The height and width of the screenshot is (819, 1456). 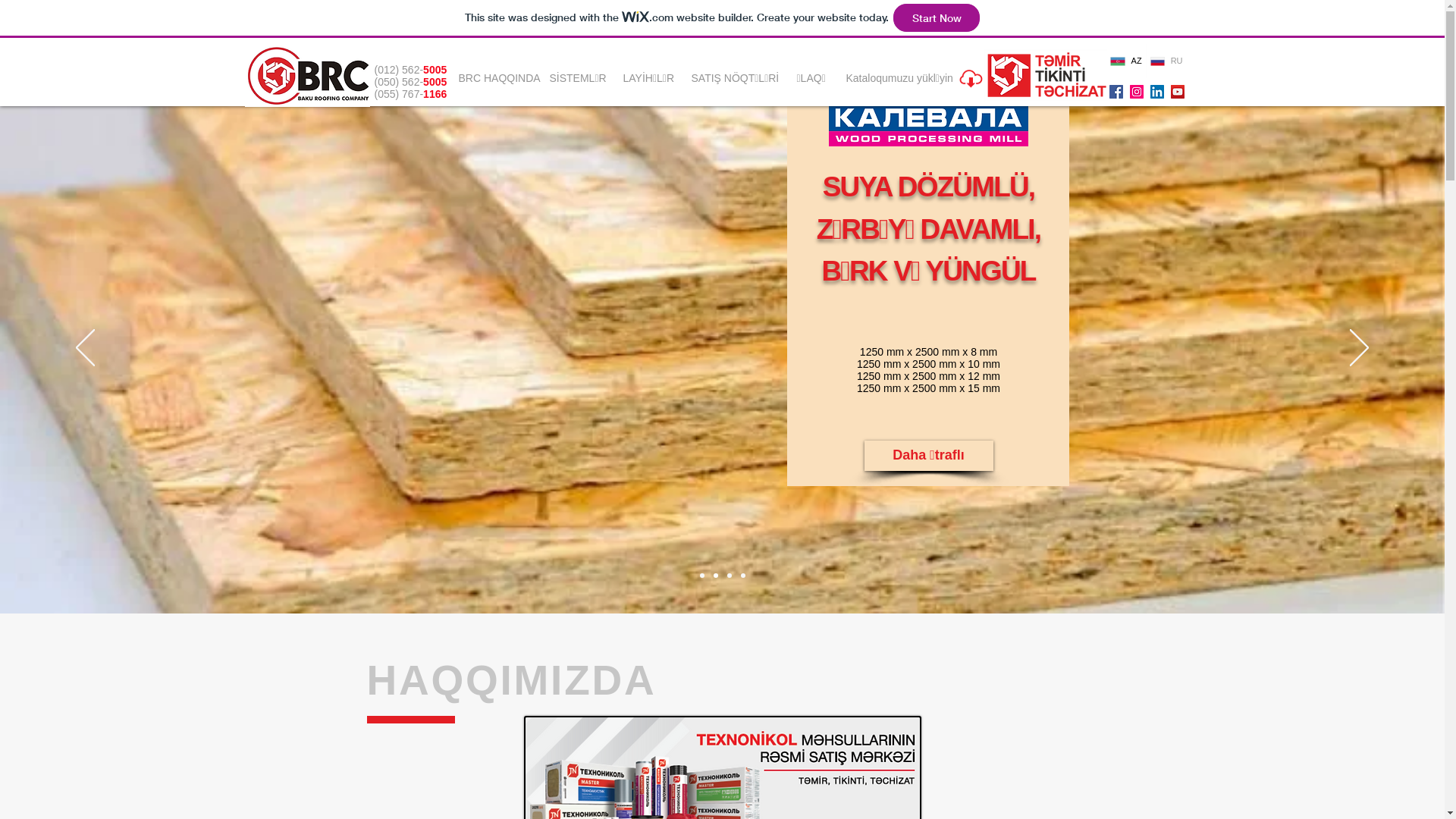 What do you see at coordinates (457, 79) in the screenshot?
I see `'BRC HAQQINDA'` at bounding box center [457, 79].